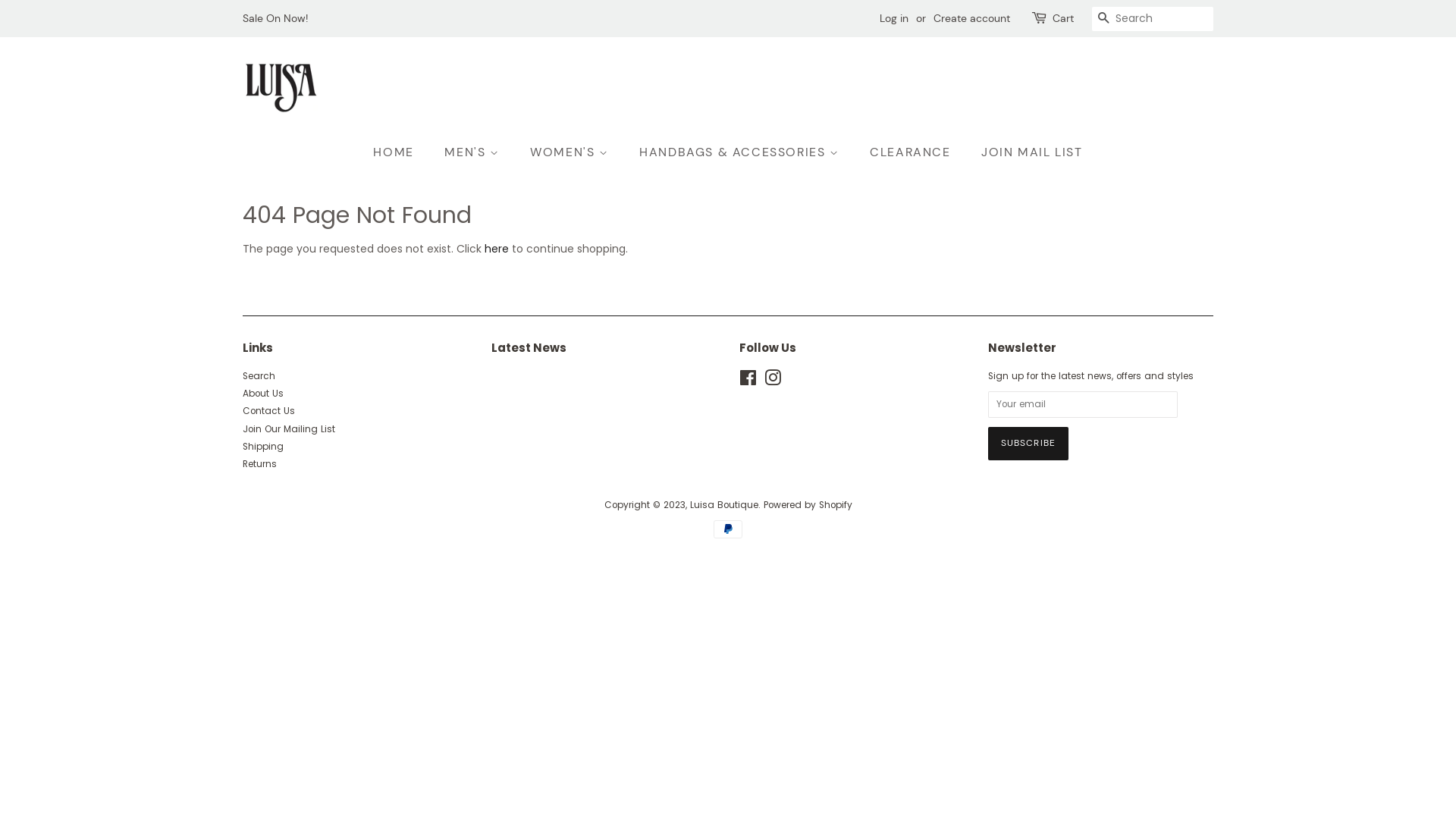  What do you see at coordinates (496, 247) in the screenshot?
I see `'here'` at bounding box center [496, 247].